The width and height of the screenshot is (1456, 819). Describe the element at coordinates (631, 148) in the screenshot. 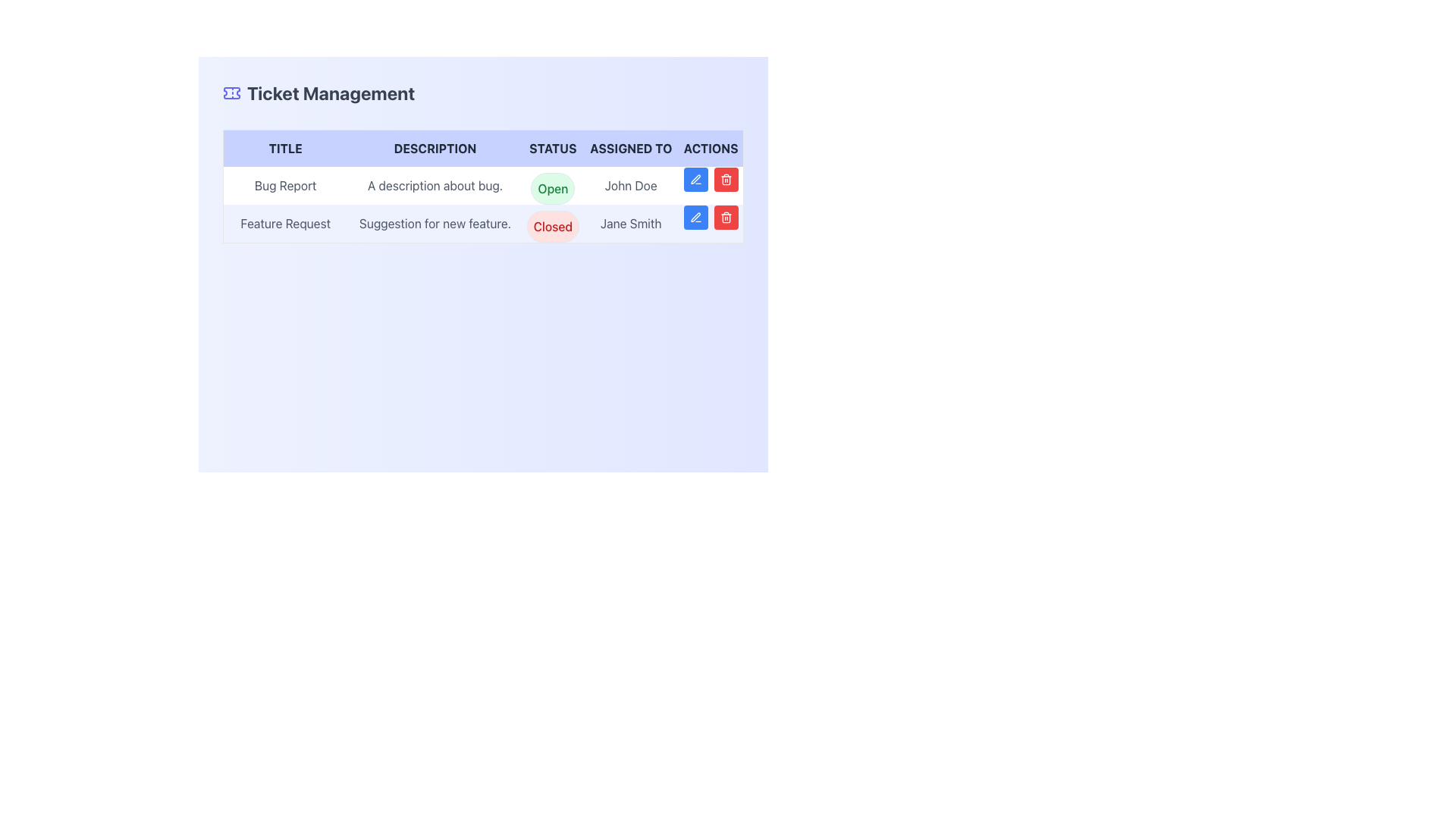

I see `the fourth text label in the table header that denotes the person assigned to the task, located between 'Status' and 'Actions'` at that location.